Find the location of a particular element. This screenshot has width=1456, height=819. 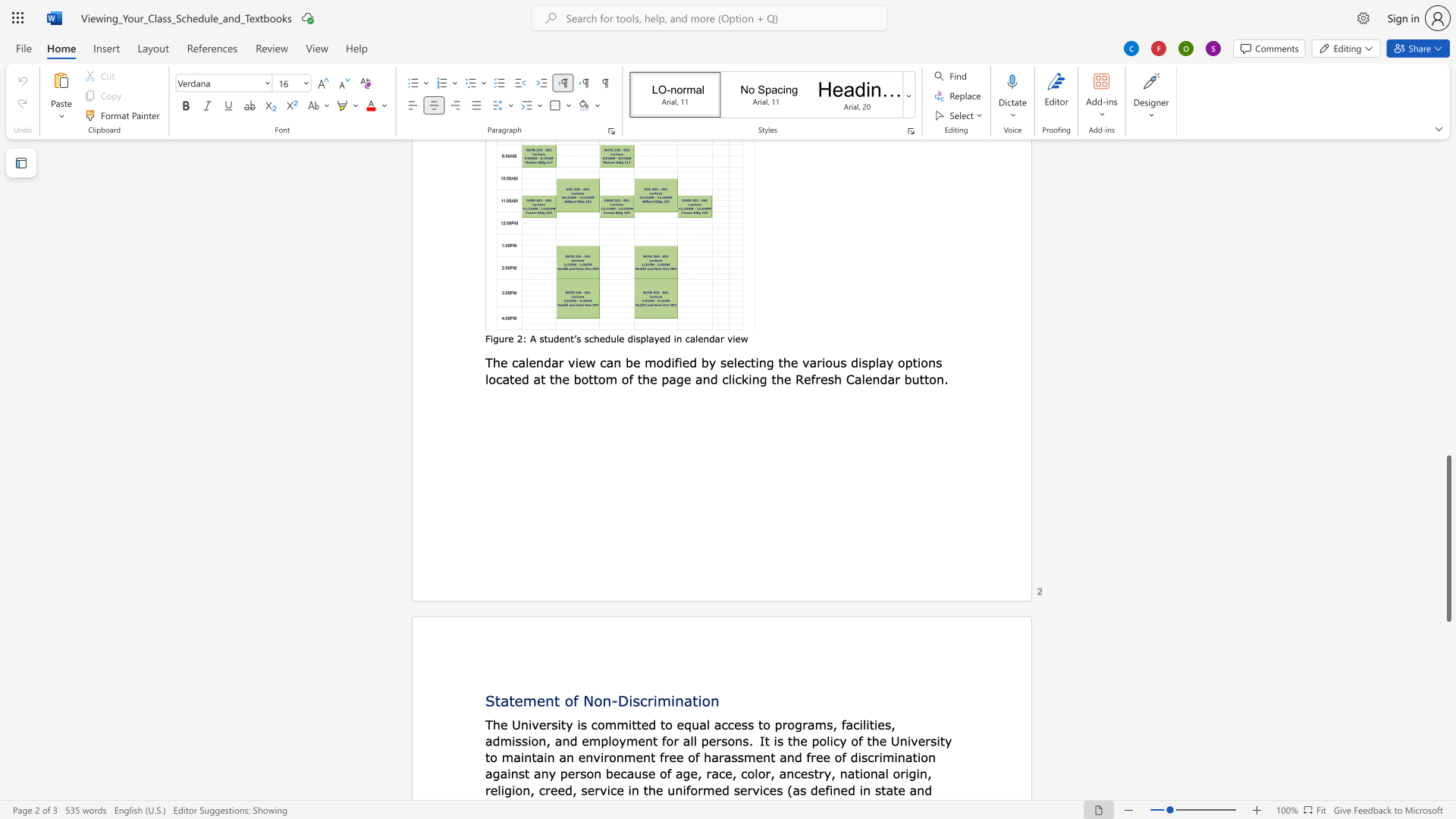

the scrollbar to move the content higher is located at coordinates (1448, 447).